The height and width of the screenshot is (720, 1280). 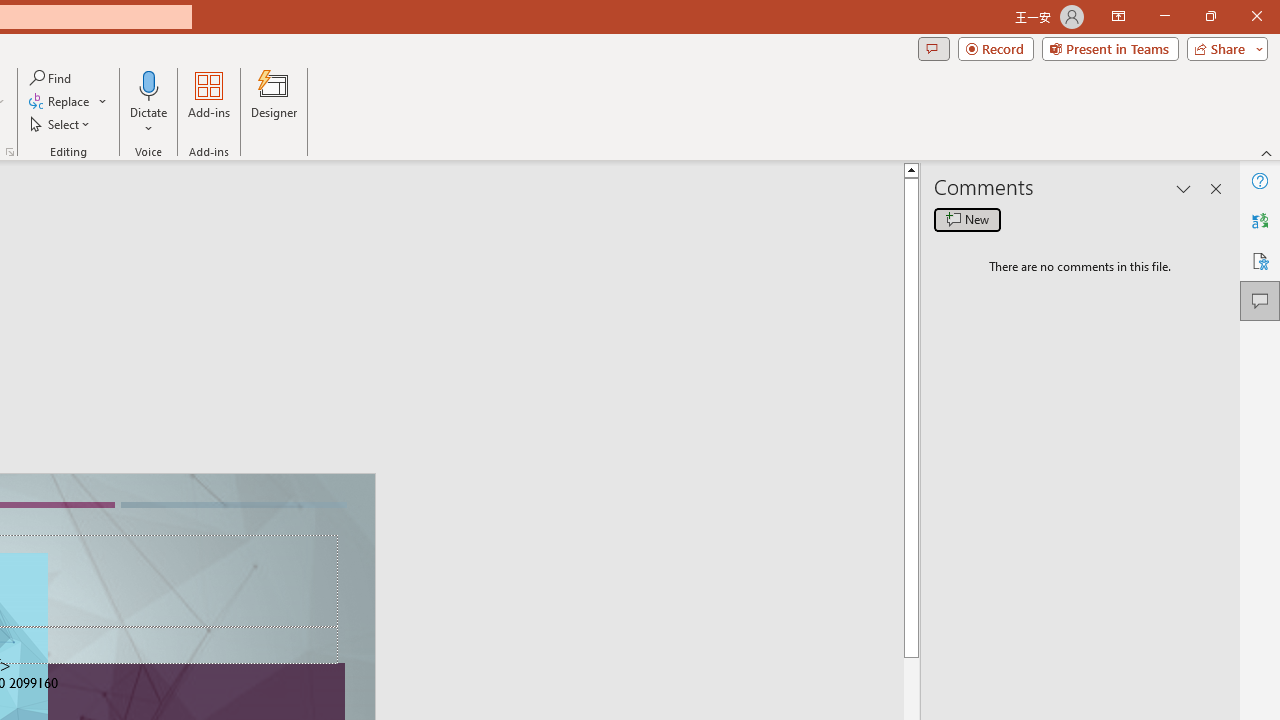 What do you see at coordinates (967, 219) in the screenshot?
I see `'New comment'` at bounding box center [967, 219].